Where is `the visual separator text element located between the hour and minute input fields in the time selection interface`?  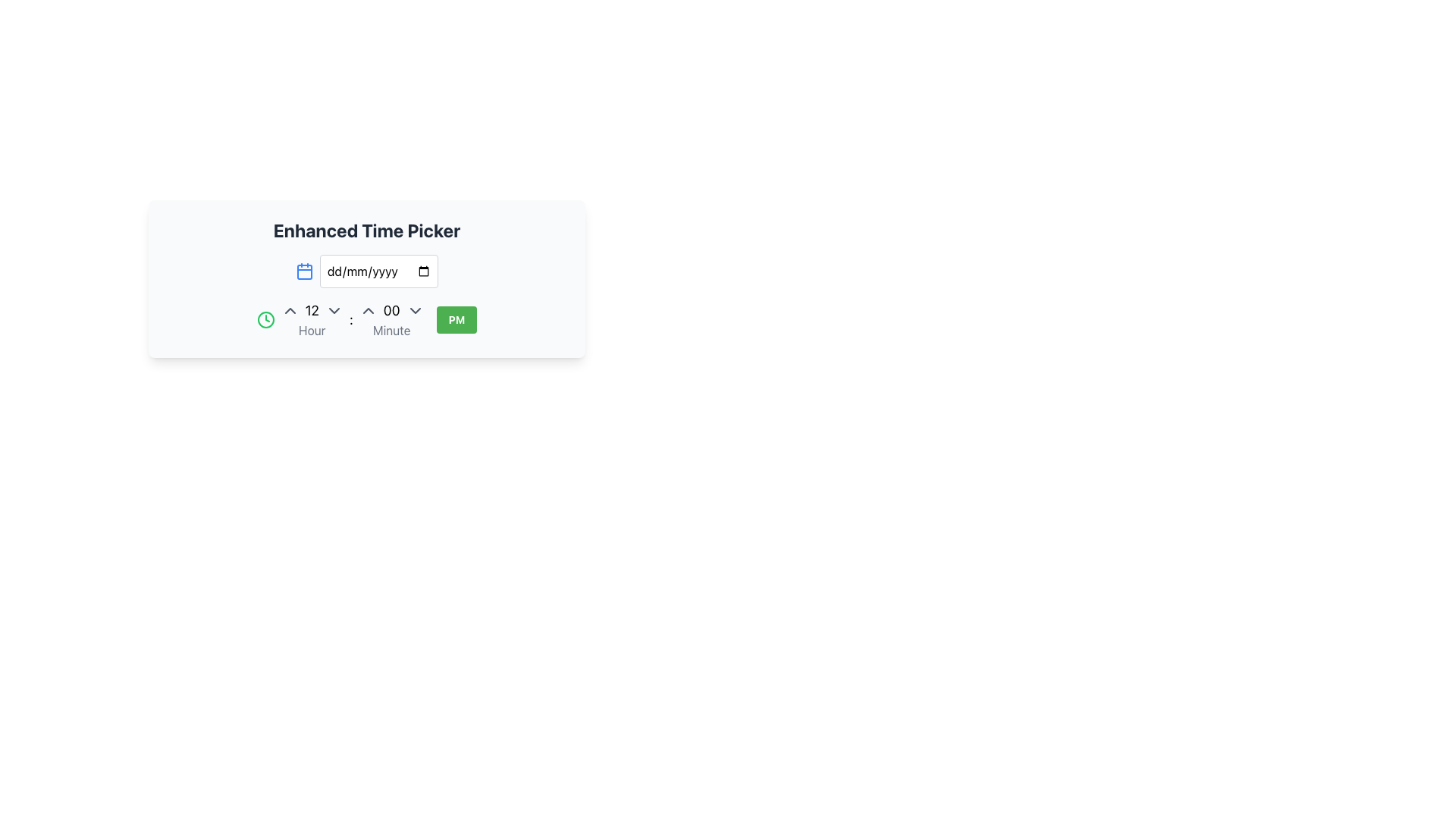
the visual separator text element located between the hour and minute input fields in the time selection interface is located at coordinates (350, 318).